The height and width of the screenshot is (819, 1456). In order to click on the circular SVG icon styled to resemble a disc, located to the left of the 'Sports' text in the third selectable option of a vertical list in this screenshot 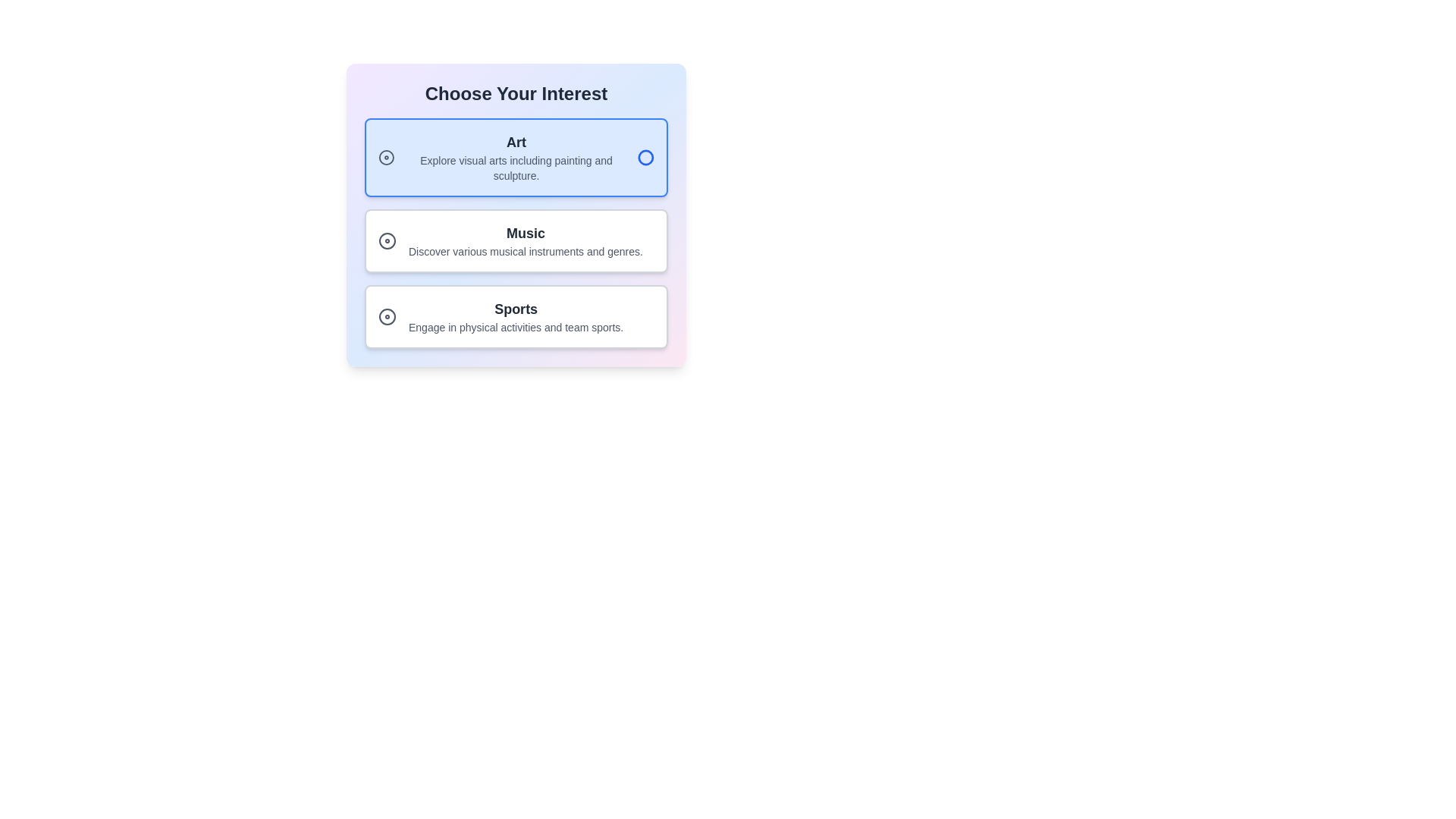, I will do `click(387, 315)`.